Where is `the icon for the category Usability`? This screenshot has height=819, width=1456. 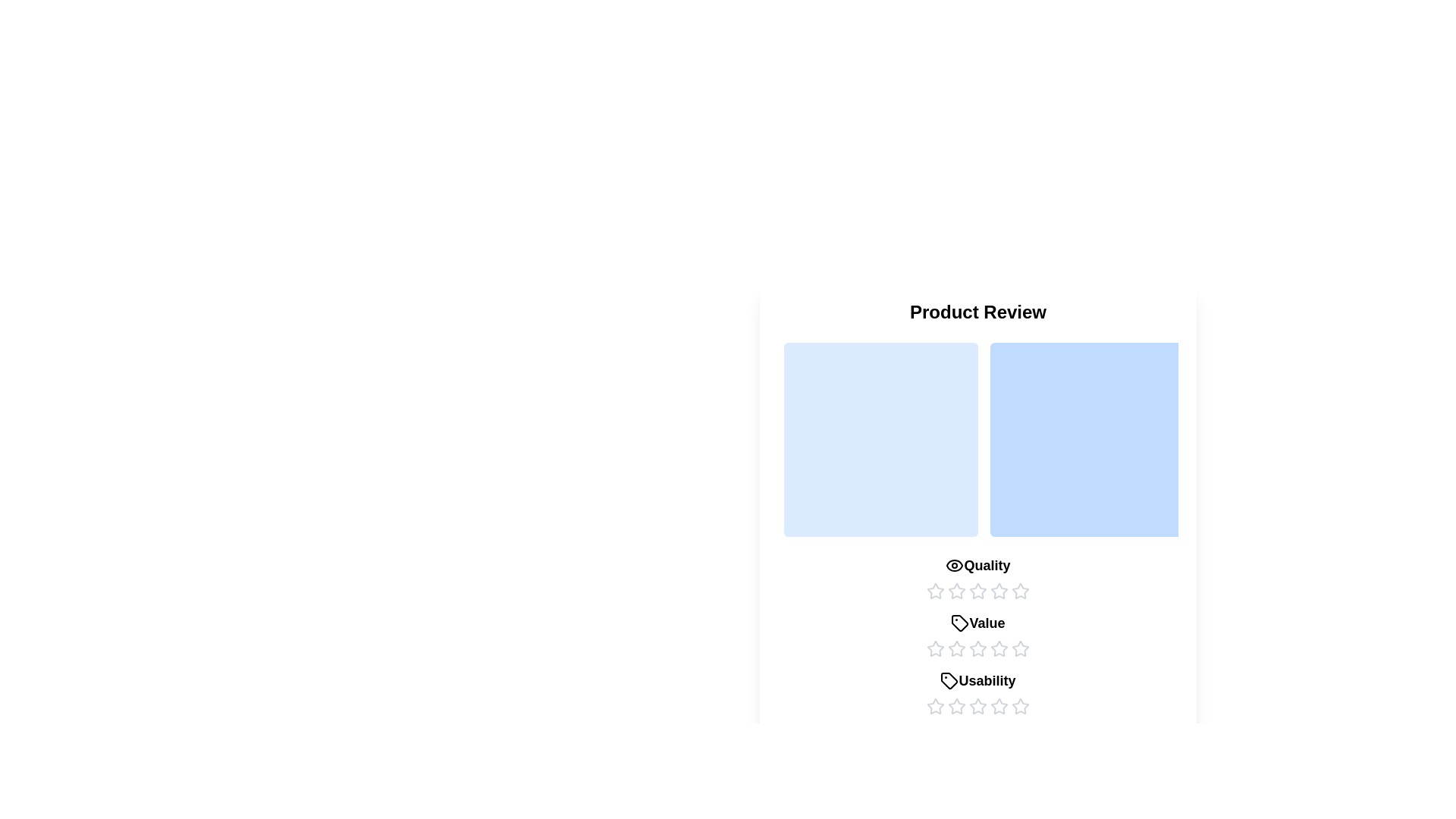
the icon for the category Usability is located at coordinates (949, 680).